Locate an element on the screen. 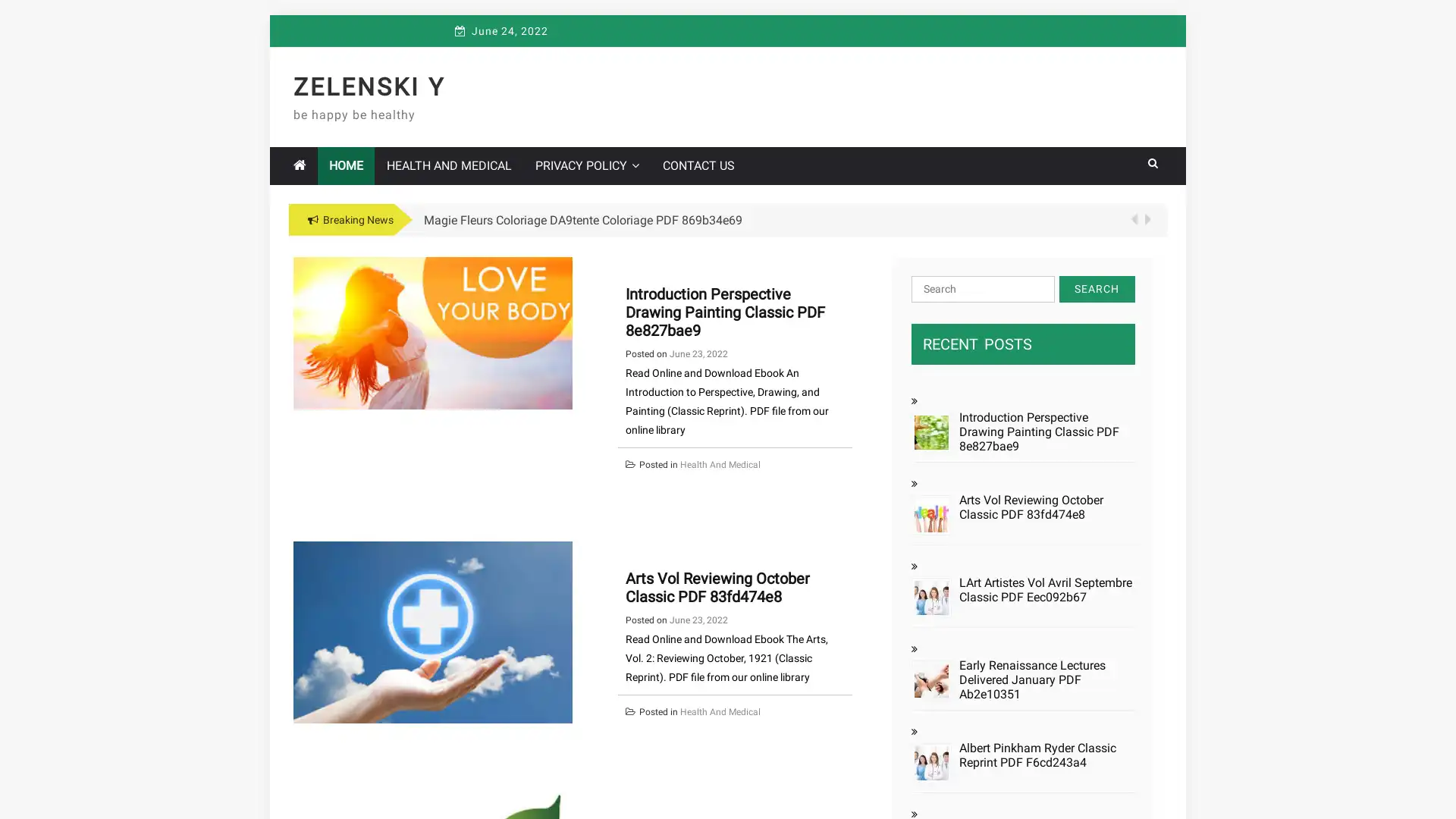 This screenshot has height=819, width=1456. Search is located at coordinates (1096, 288).